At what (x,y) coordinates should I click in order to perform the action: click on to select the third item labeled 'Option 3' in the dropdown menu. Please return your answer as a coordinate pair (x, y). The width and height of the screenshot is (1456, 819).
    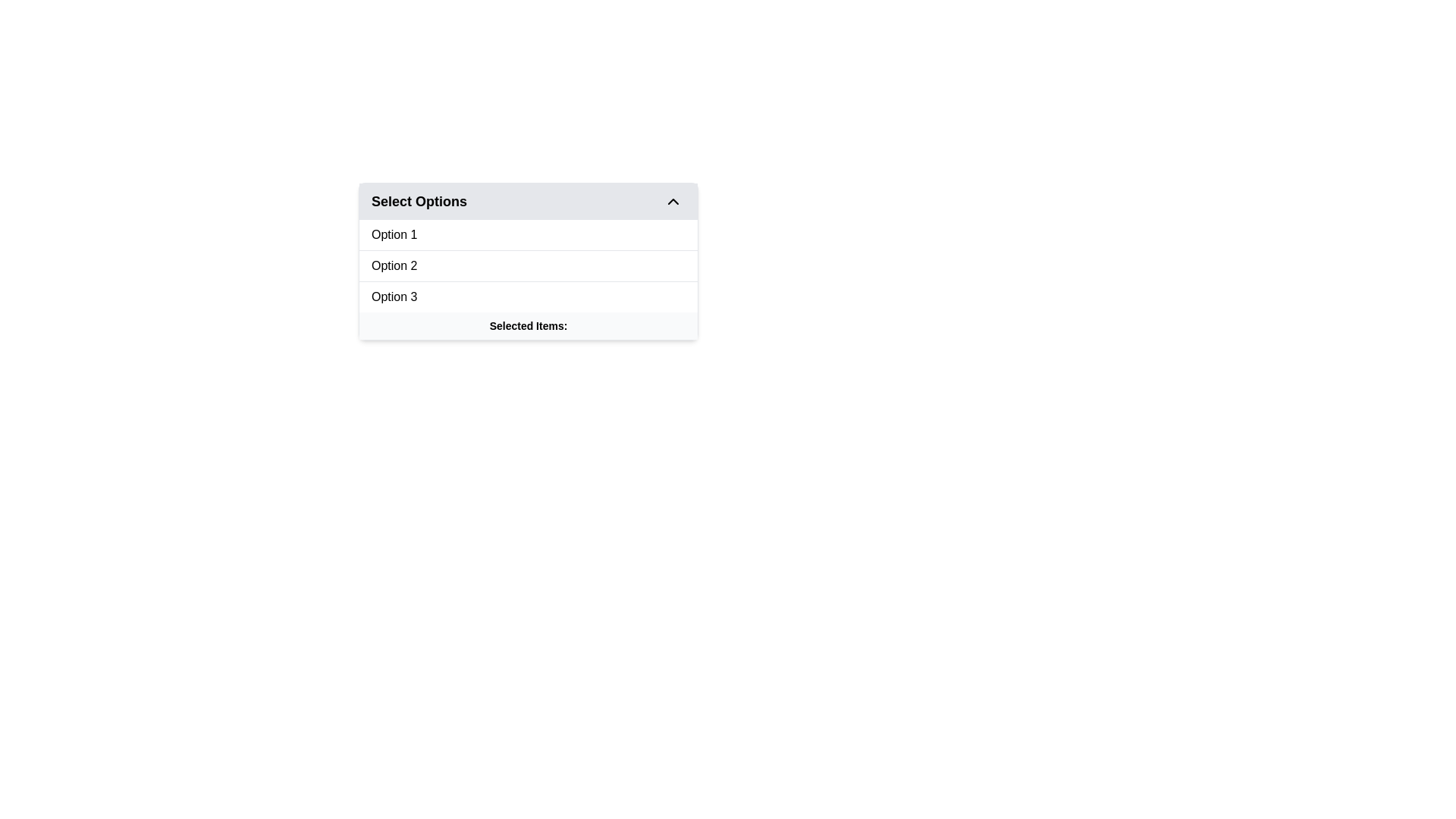
    Looking at the image, I should click on (528, 297).